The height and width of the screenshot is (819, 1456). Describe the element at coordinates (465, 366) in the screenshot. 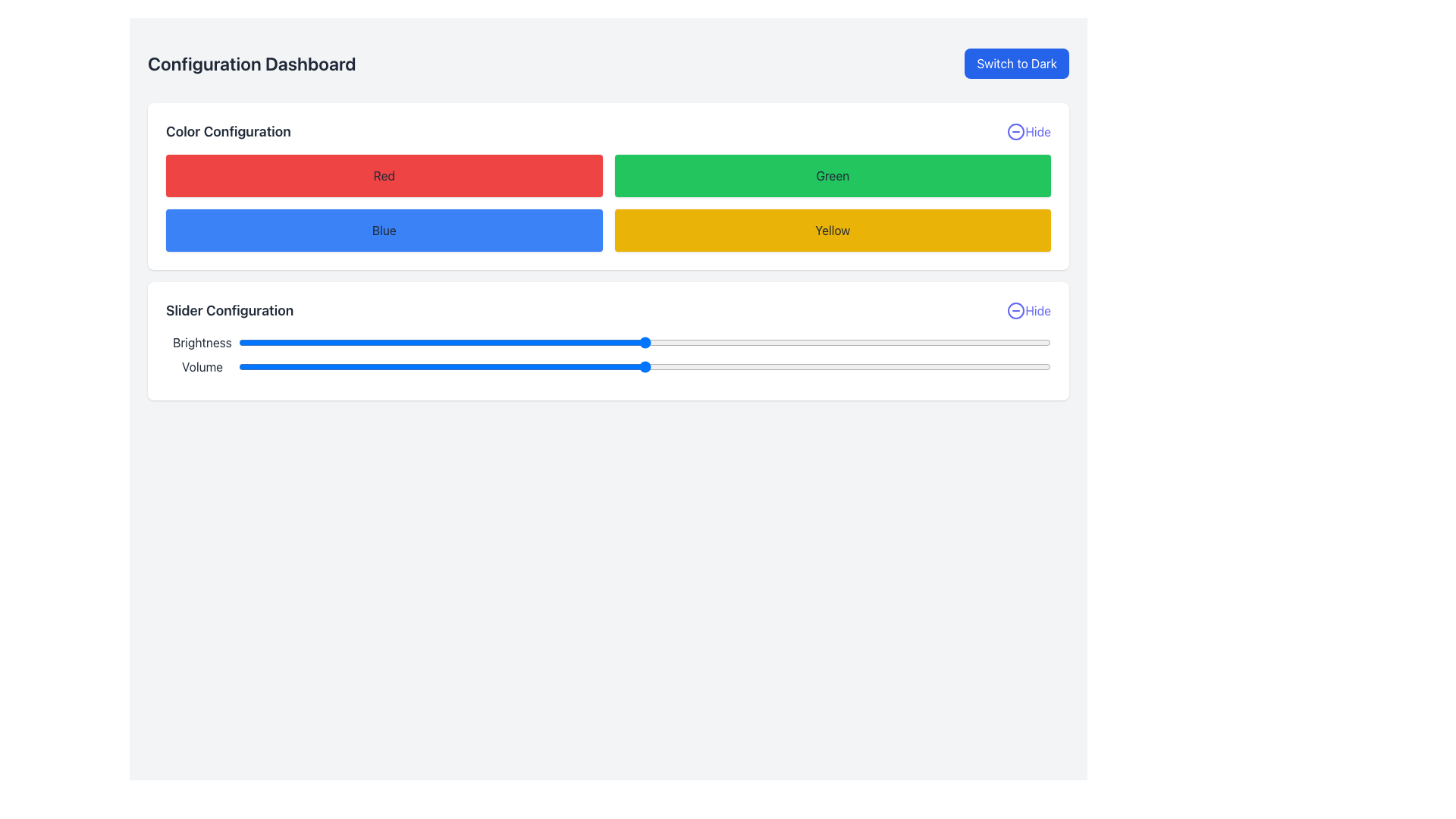

I see `the slider value` at that location.